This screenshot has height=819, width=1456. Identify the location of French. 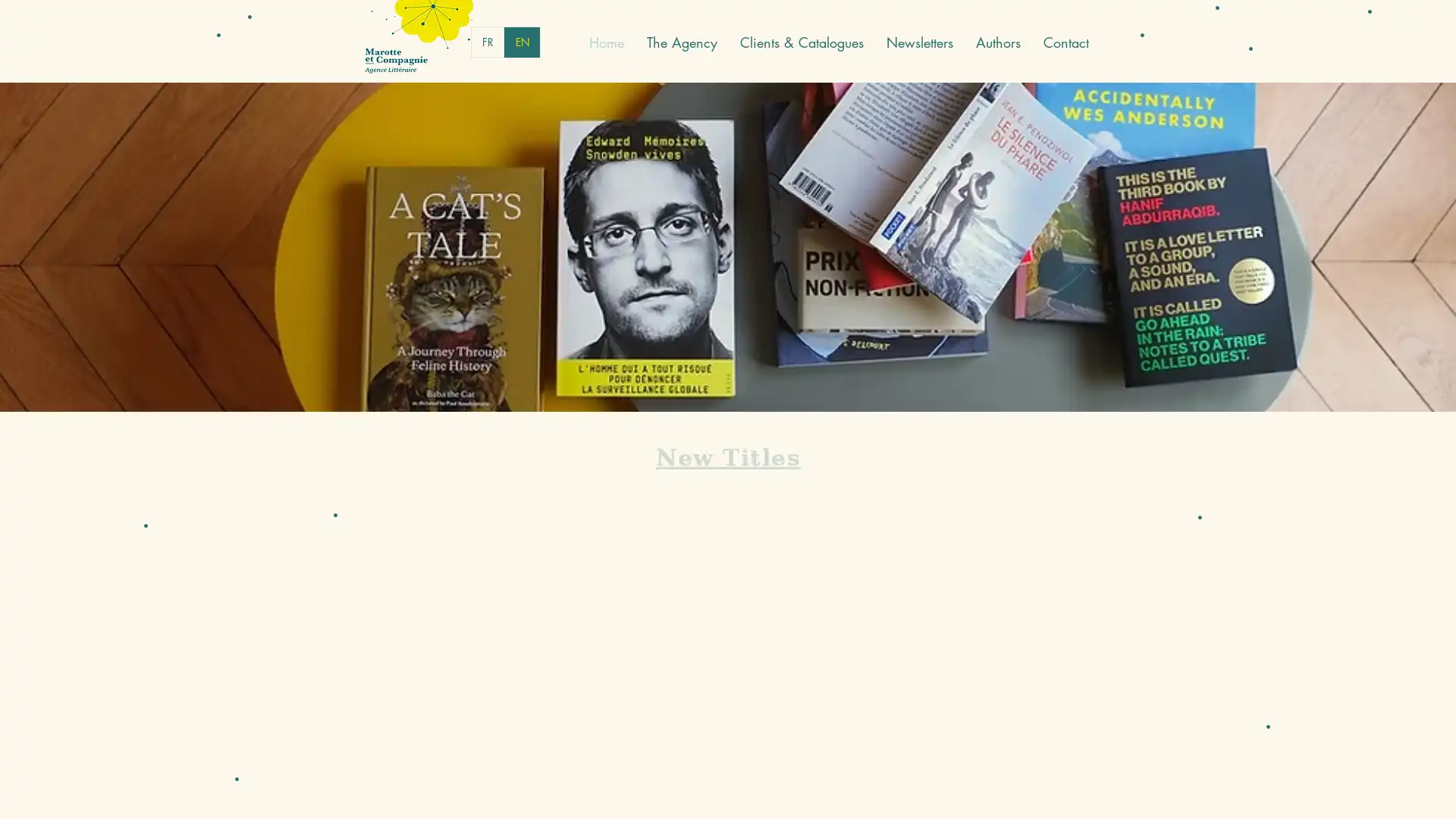
(506, 42).